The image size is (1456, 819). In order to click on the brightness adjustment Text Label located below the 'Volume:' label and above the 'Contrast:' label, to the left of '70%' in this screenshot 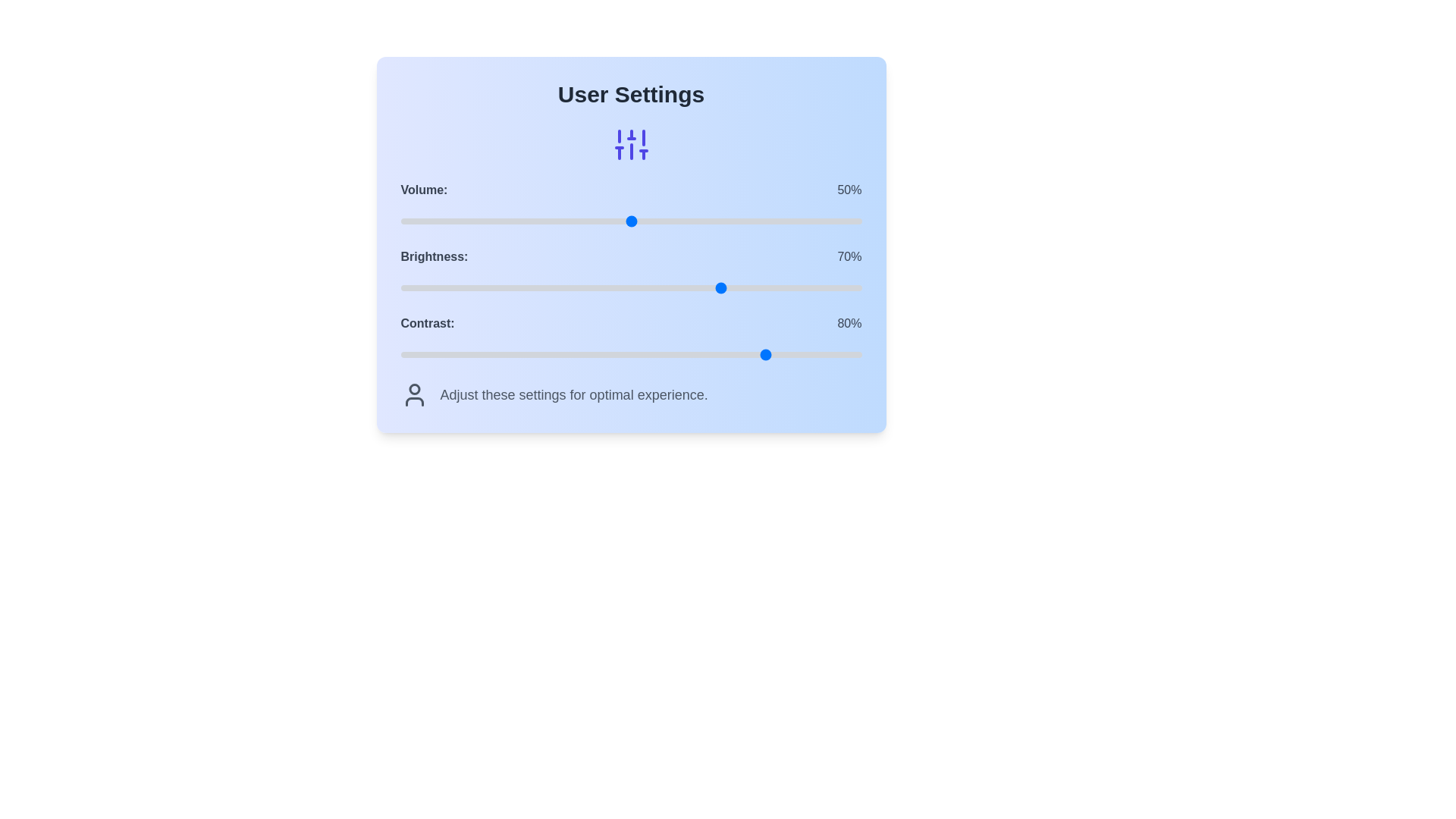, I will do `click(433, 256)`.